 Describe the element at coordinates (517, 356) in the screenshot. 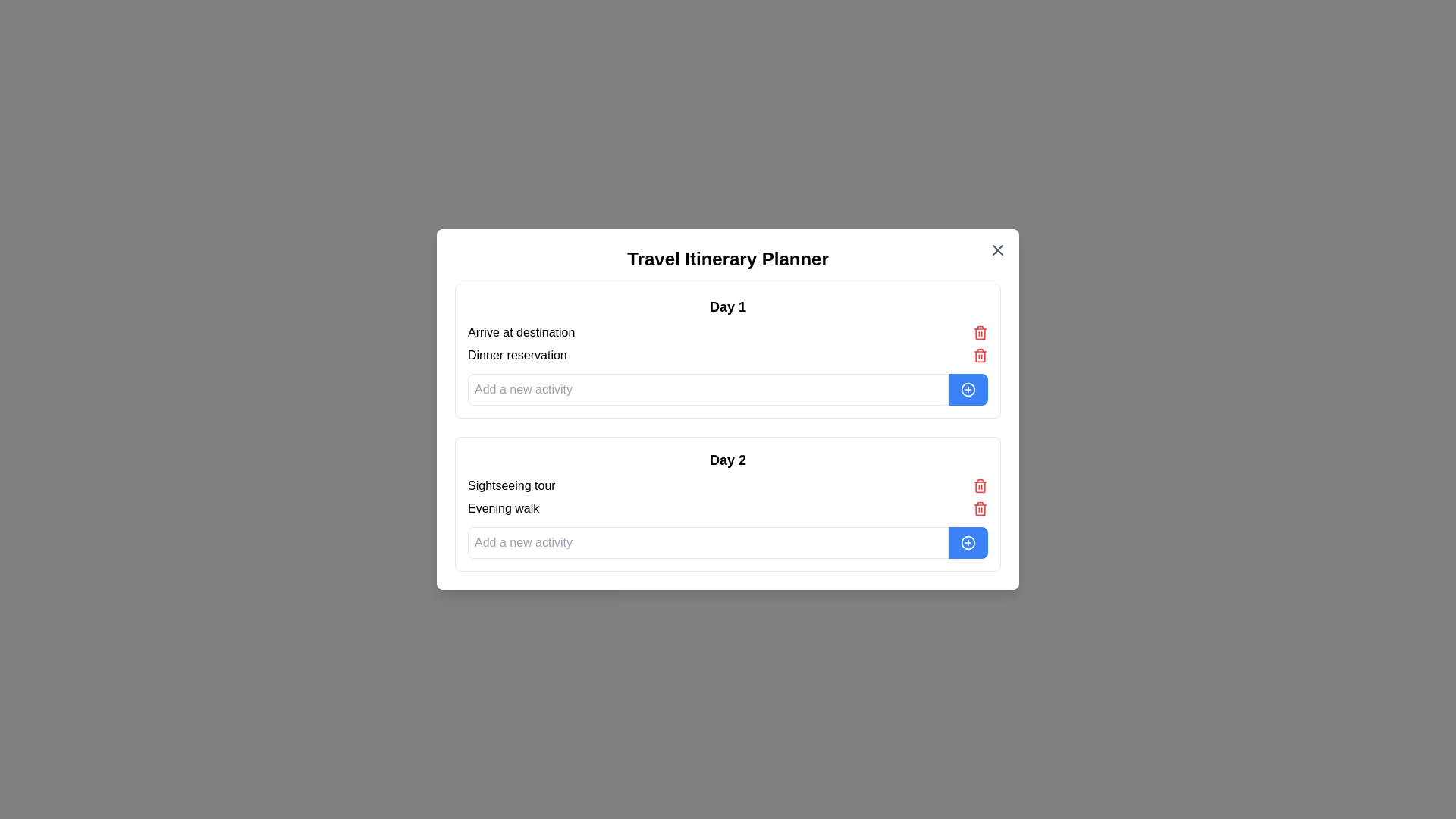

I see `the text label displaying 'Dinner reservation' in plain black font, positioned in the 'Day 1' section of the itinerary planner, as the second item listed` at that location.